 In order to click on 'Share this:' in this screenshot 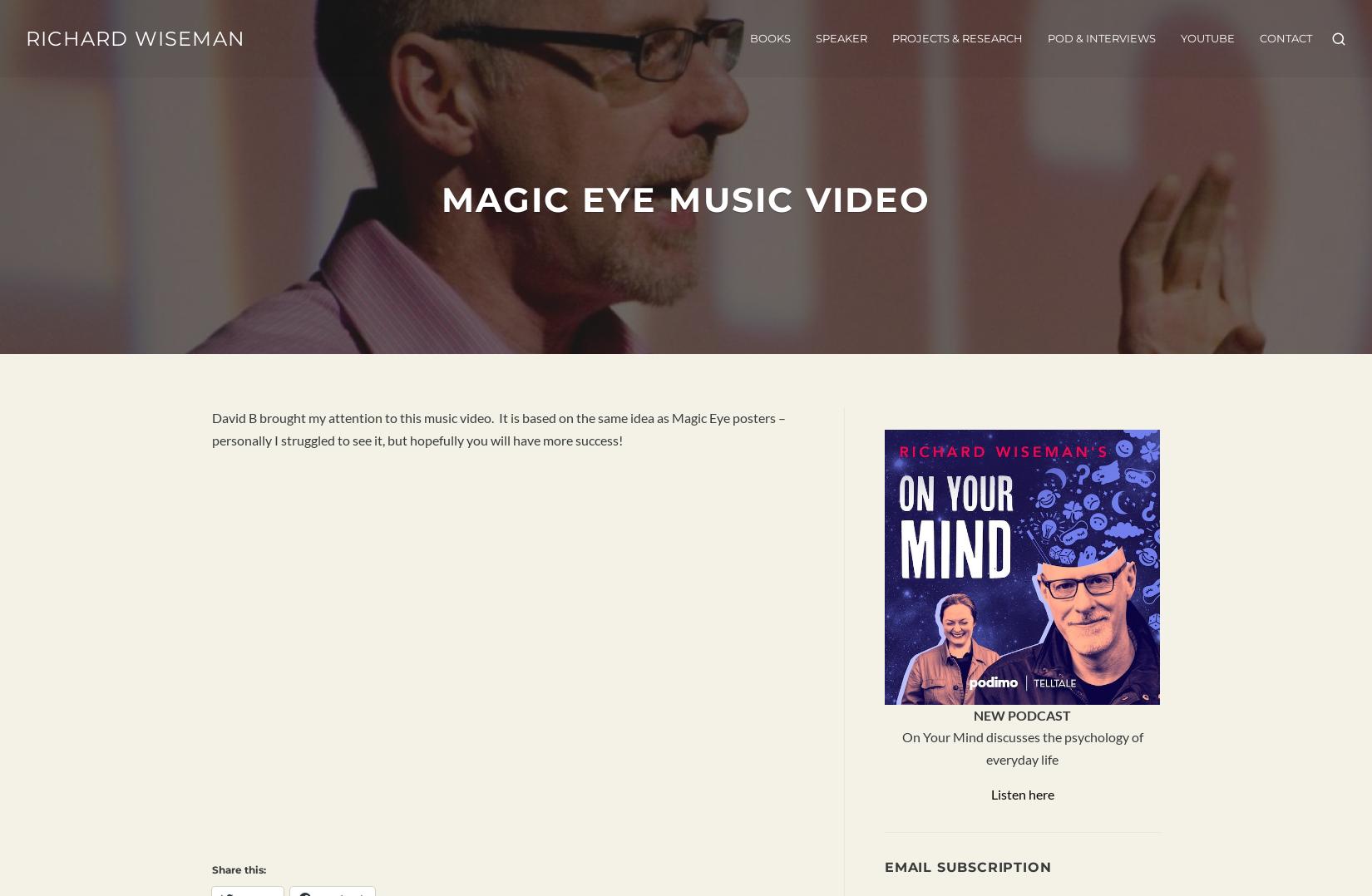, I will do `click(211, 869)`.